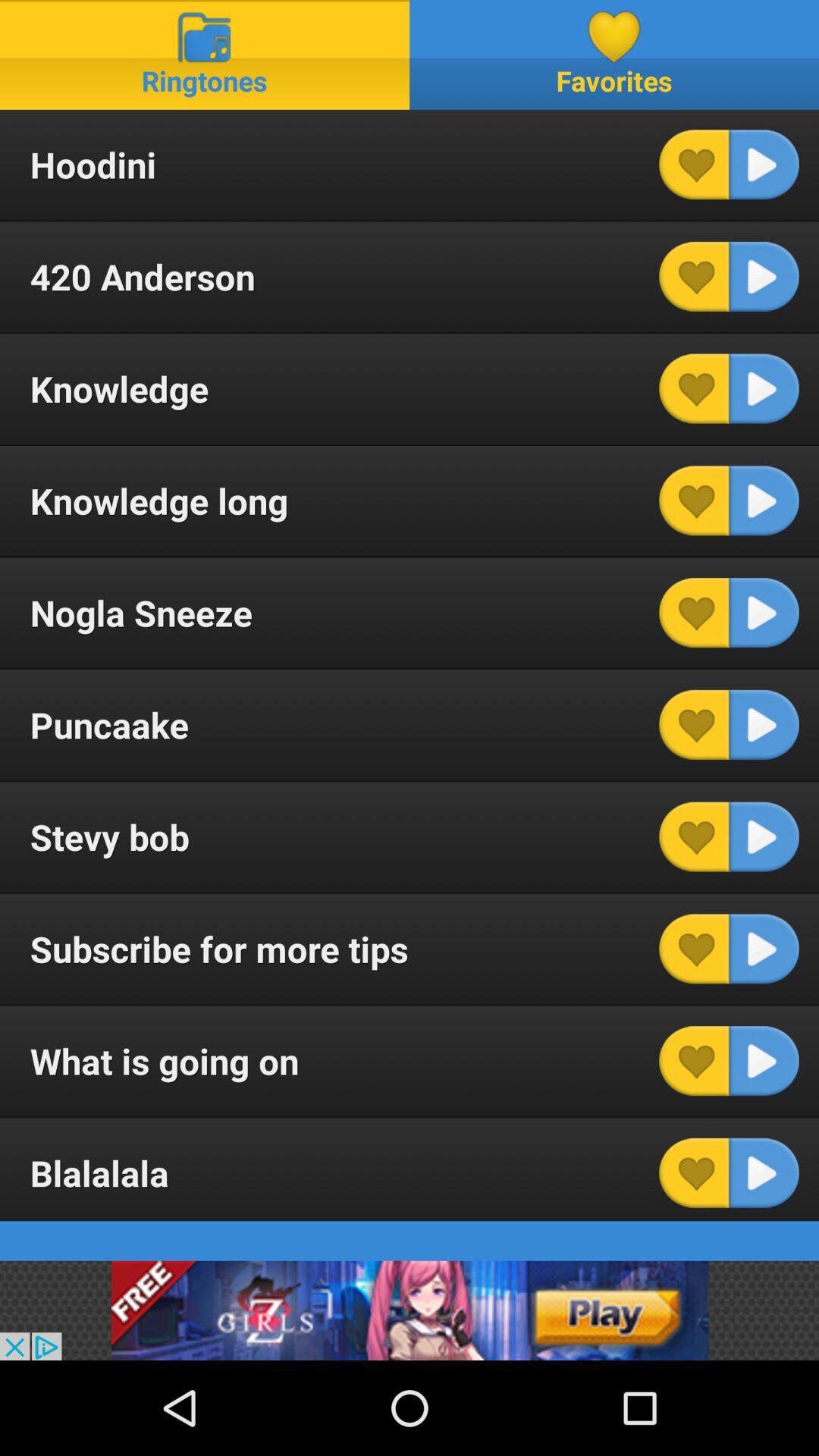 The image size is (819, 1456). What do you see at coordinates (764, 1172) in the screenshot?
I see `to play the blalala music` at bounding box center [764, 1172].